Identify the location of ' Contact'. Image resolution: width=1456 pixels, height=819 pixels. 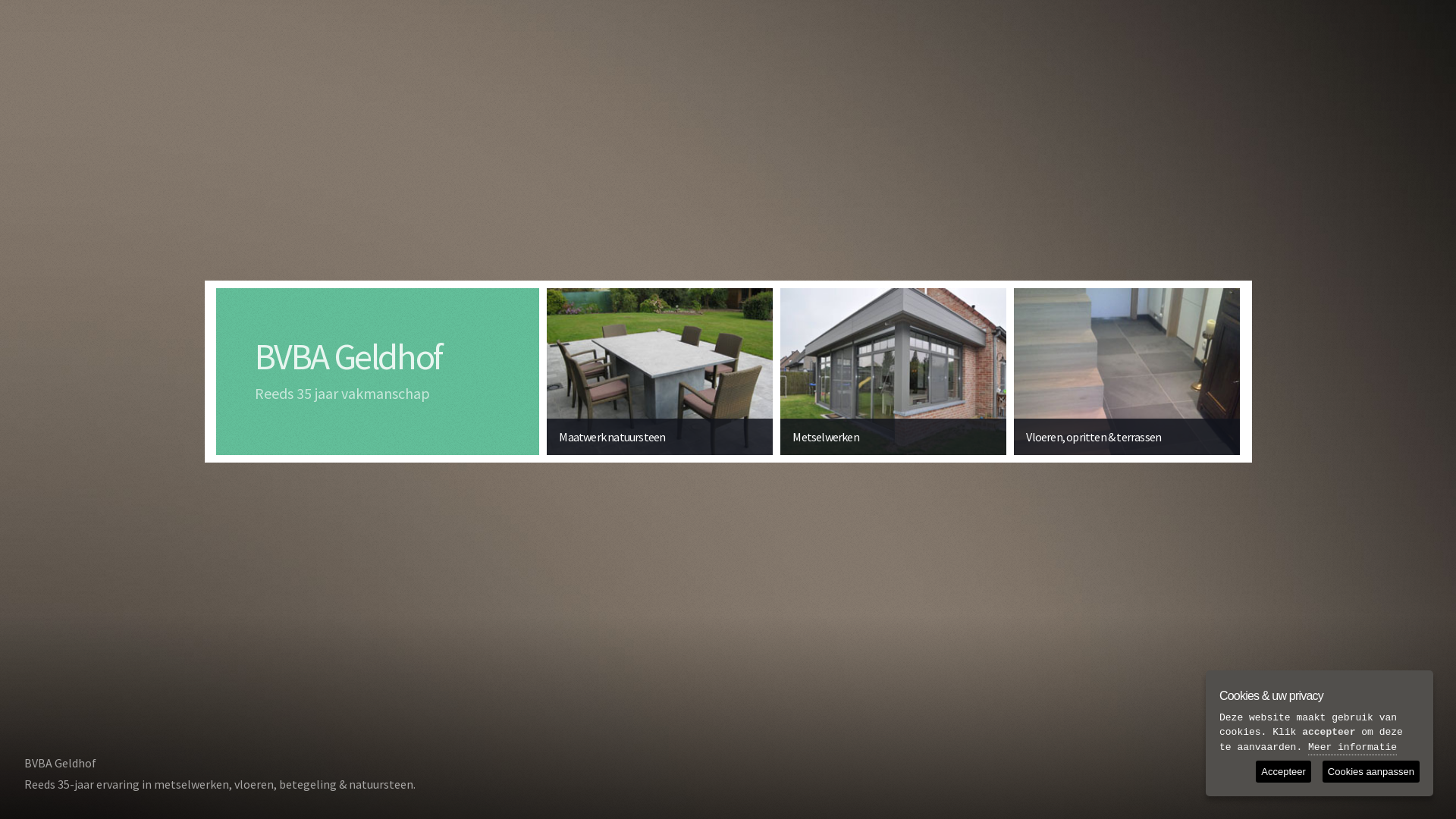
(1392, 755).